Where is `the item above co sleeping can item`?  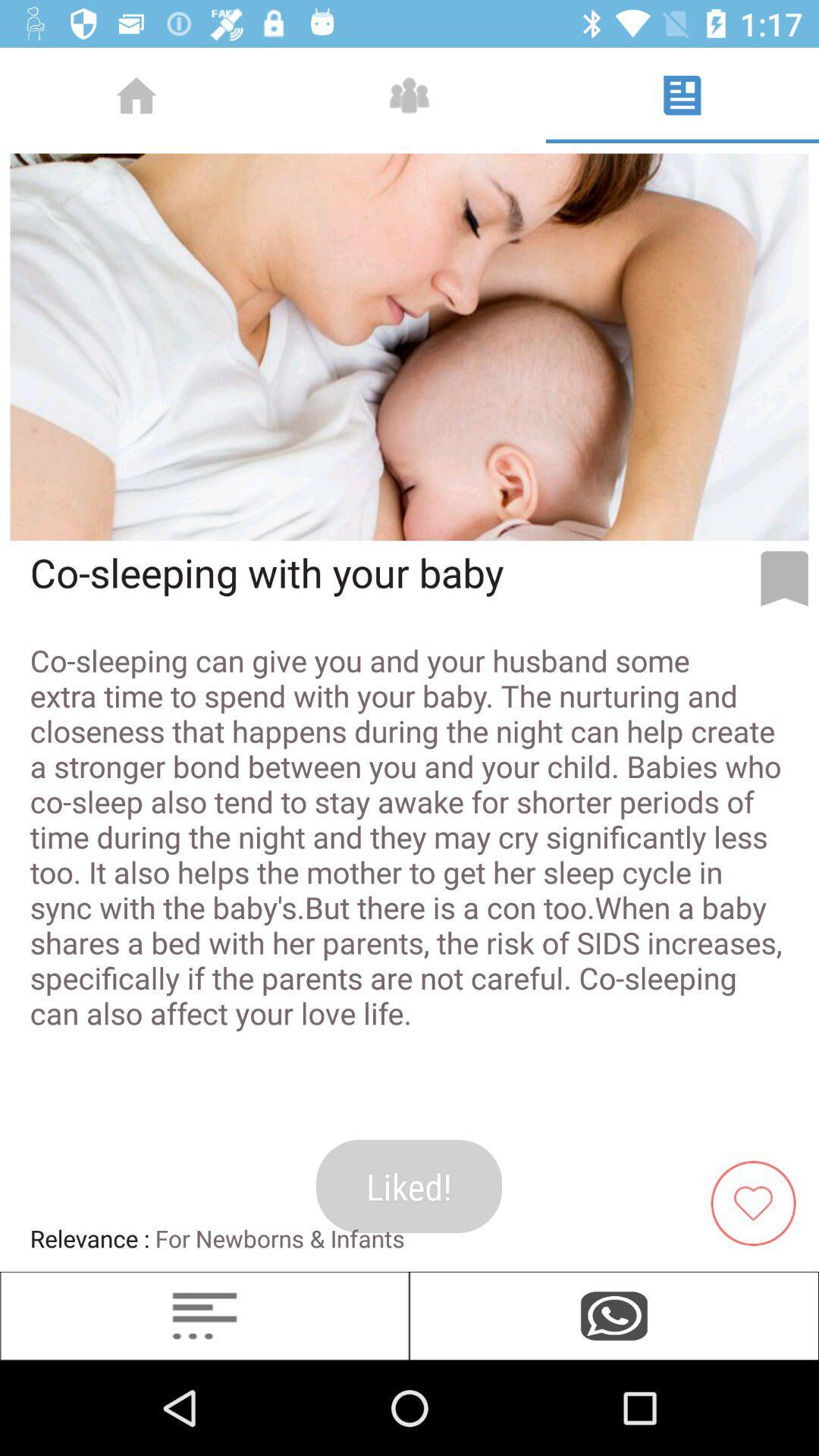
the item above co sleeping can item is located at coordinates (784, 578).